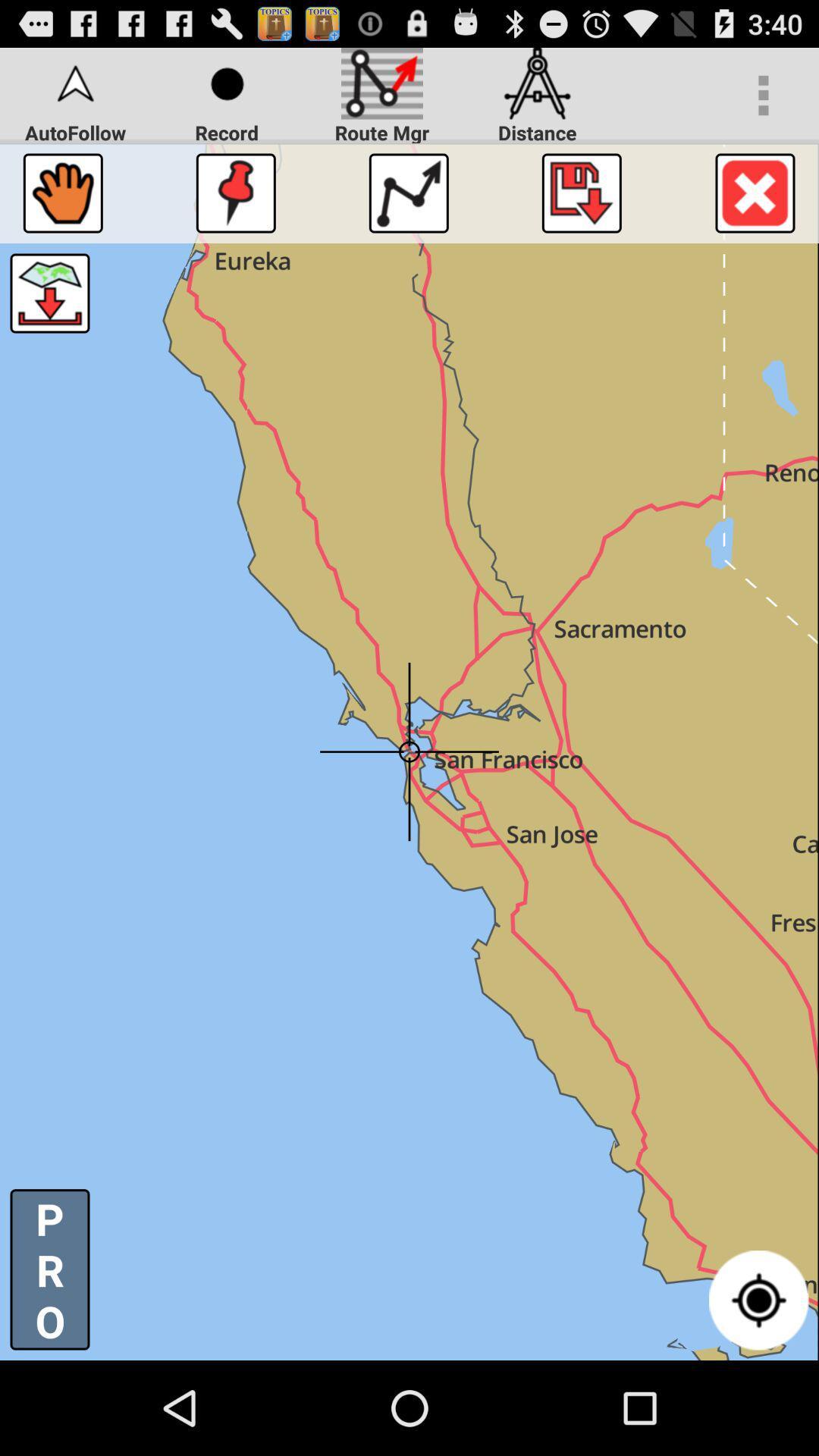 The image size is (819, 1456). Describe the element at coordinates (49, 293) in the screenshot. I see `download map` at that location.